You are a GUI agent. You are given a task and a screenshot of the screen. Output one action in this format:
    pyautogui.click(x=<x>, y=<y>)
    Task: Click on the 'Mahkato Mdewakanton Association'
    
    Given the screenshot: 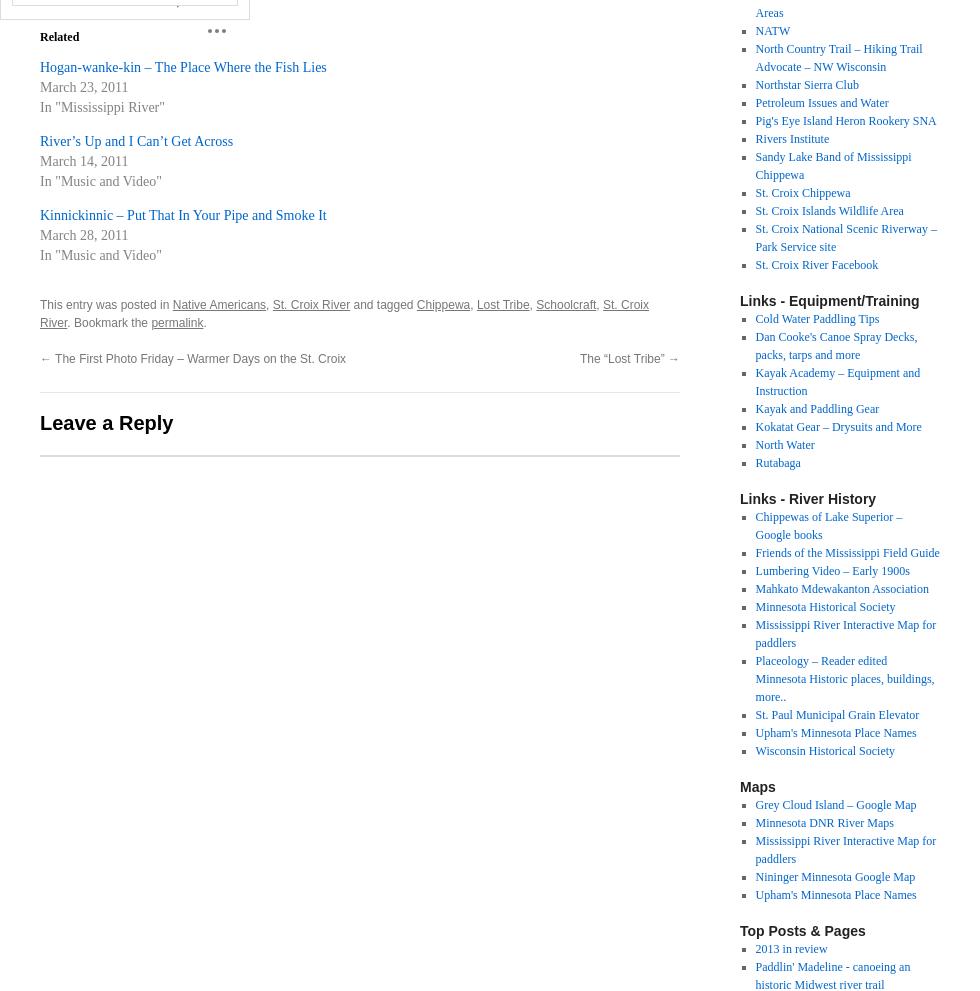 What is the action you would take?
    pyautogui.click(x=754, y=588)
    